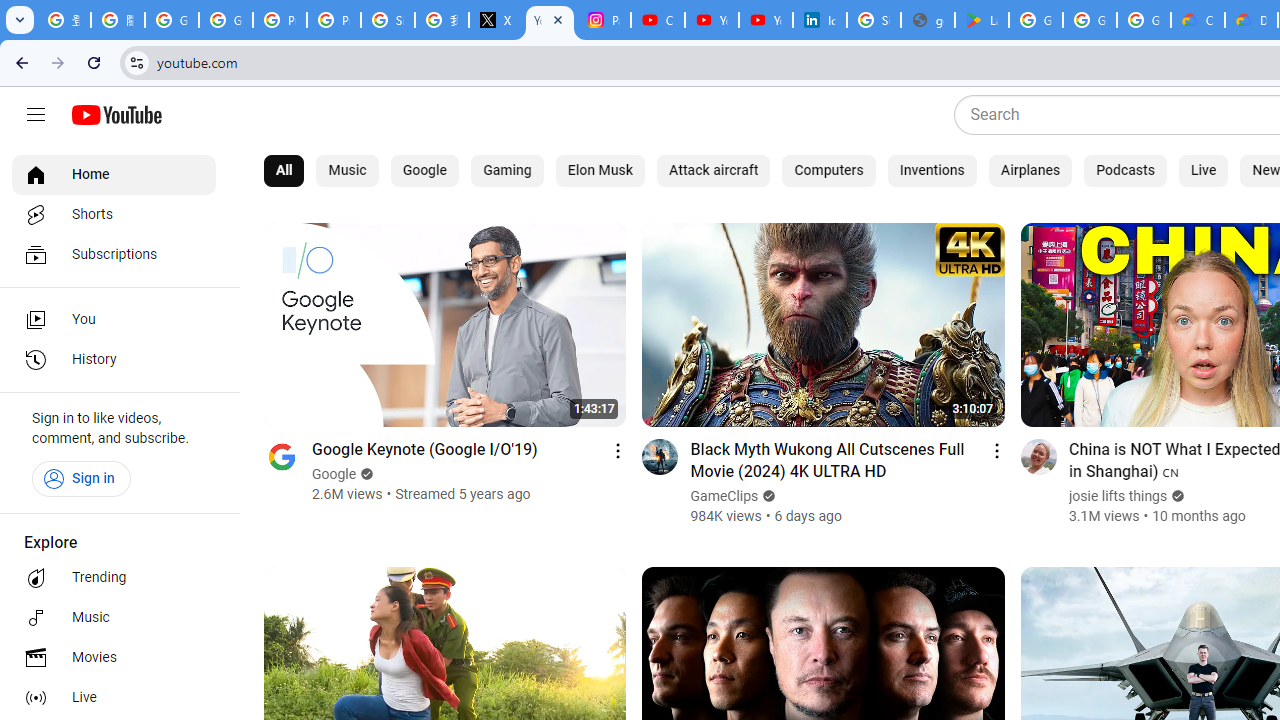  What do you see at coordinates (112, 578) in the screenshot?
I see `'Trending'` at bounding box center [112, 578].